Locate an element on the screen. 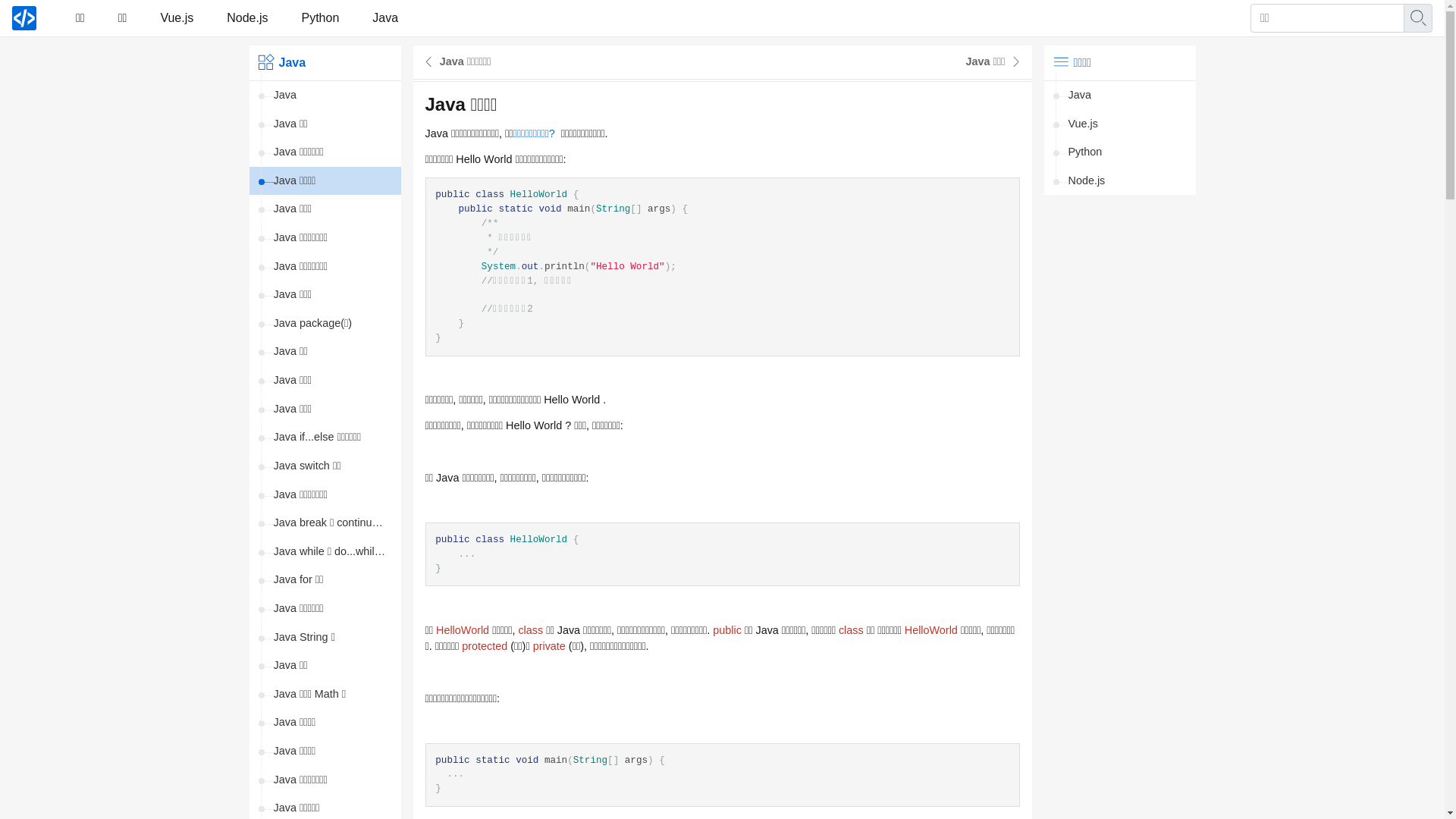 This screenshot has width=1456, height=819. 'Vue.js' is located at coordinates (145, 17).